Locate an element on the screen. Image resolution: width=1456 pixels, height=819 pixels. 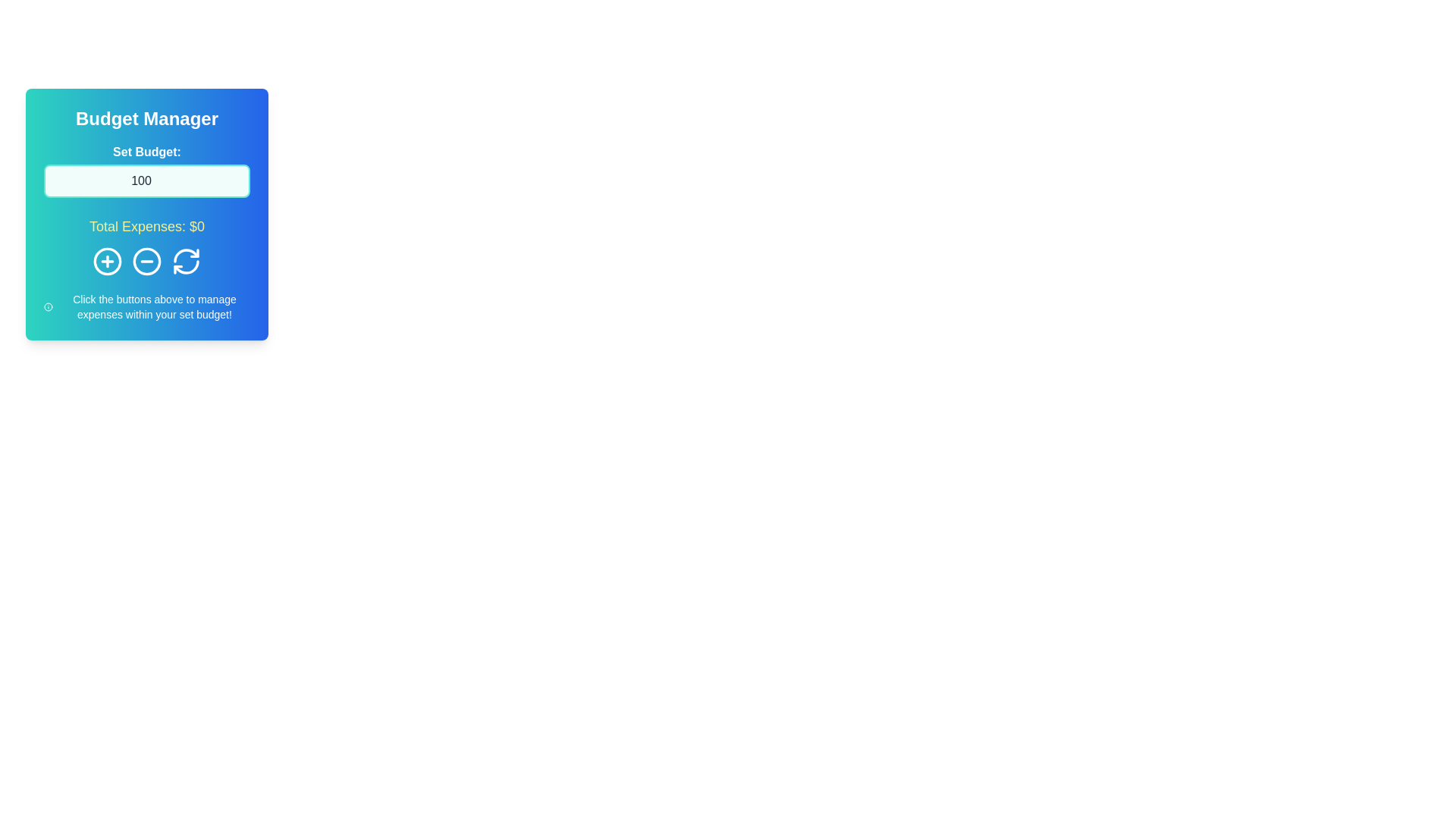
the refresh icon button located in the horizontal row of three icons, positioned to the right of the plus and minus icons, below the 'Total Expenses: $0' text is located at coordinates (185, 260).